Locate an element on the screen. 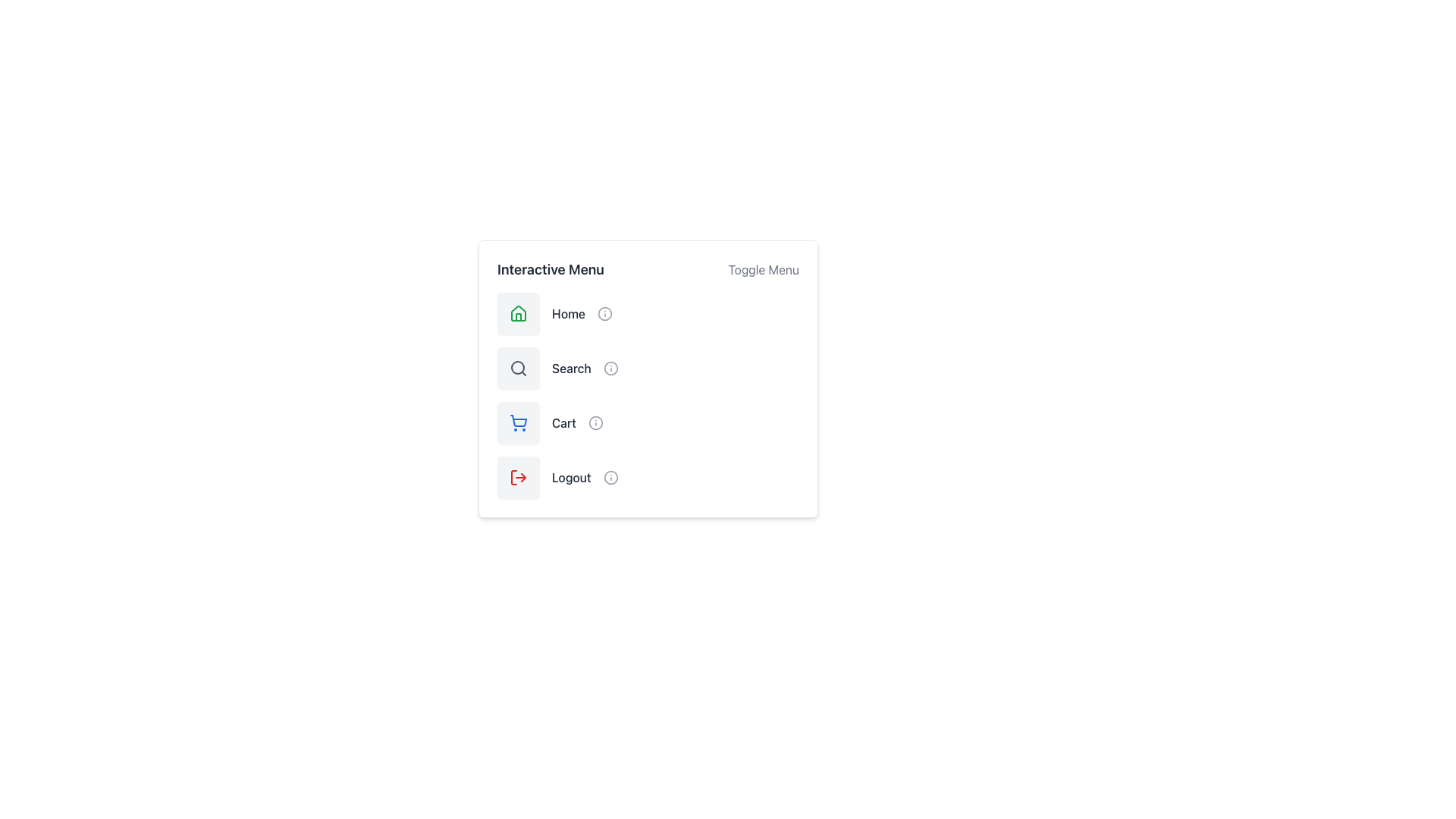  the 'Home' menu icon located at the top-left corner of the interactive menu card is located at coordinates (519, 312).